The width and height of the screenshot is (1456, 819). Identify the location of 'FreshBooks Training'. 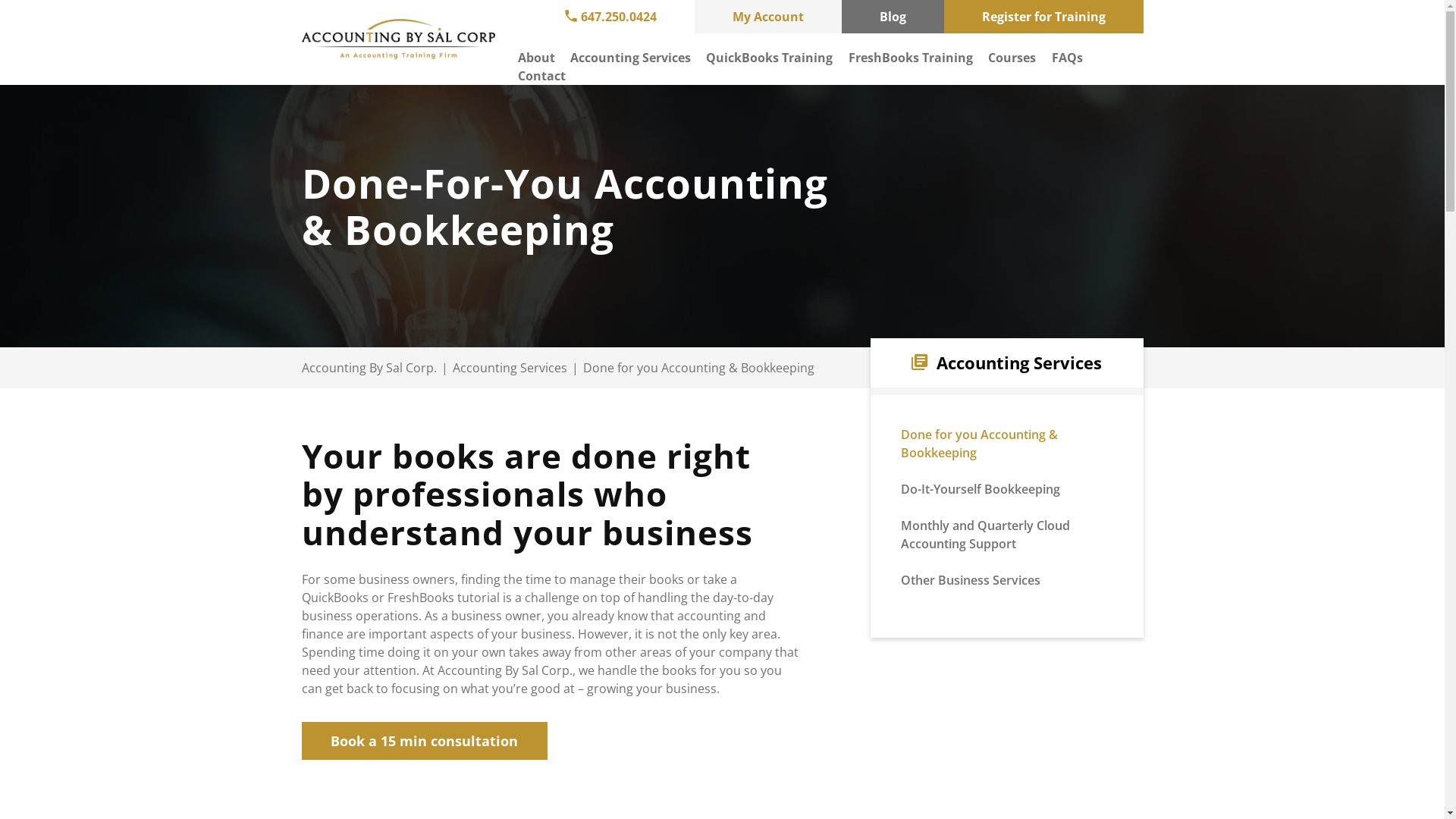
(910, 57).